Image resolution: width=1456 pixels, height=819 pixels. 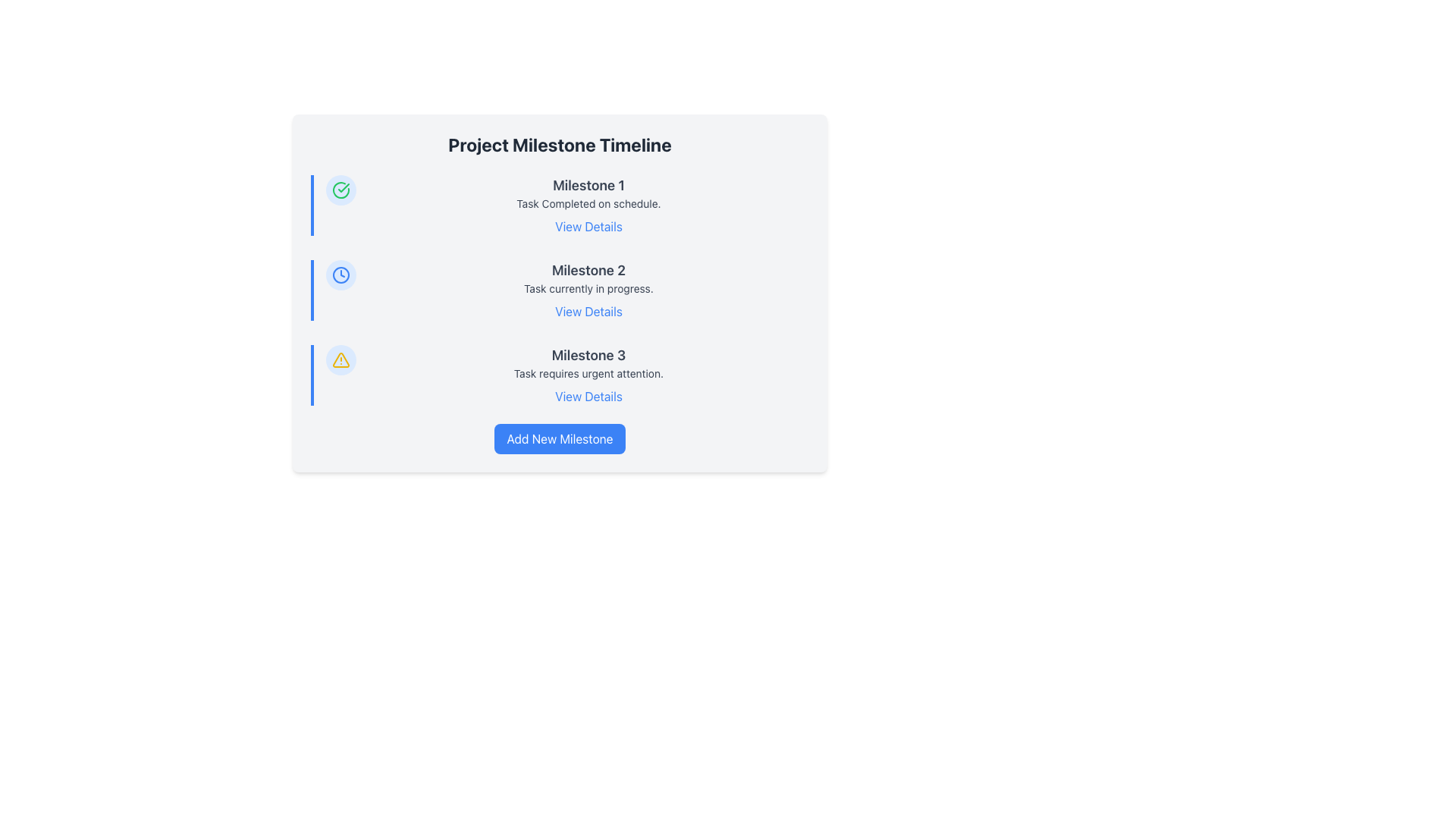 I want to click on the Static Text Label displaying 'Task requires urgent attention.' which is located beneath the heading 'Milestone 3' in the project milestone timeline interface, so click(x=588, y=374).